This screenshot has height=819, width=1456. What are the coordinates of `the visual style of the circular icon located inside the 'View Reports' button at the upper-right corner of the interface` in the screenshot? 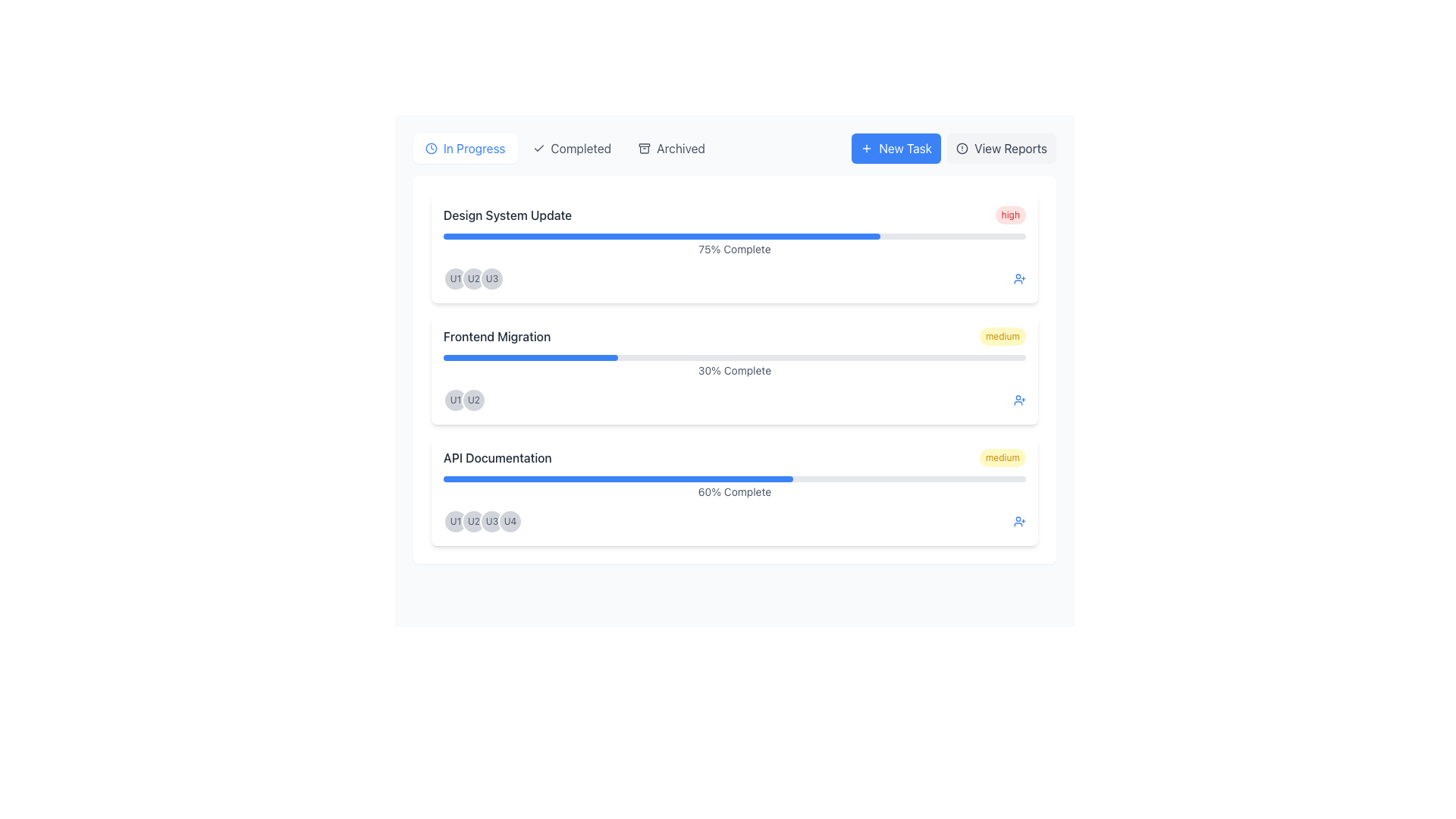 It's located at (962, 149).